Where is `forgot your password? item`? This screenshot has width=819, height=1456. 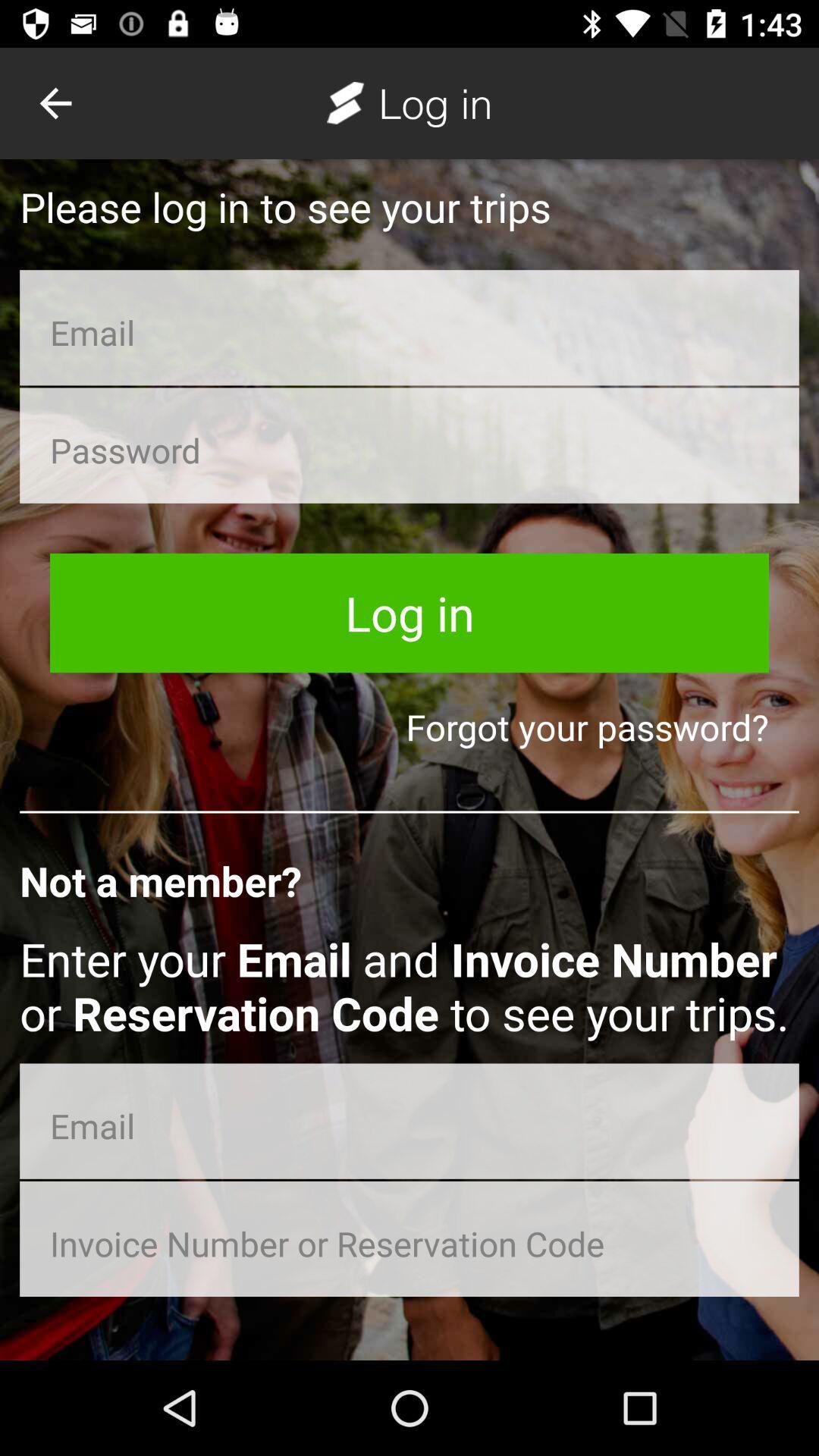
forgot your password? item is located at coordinates (409, 726).